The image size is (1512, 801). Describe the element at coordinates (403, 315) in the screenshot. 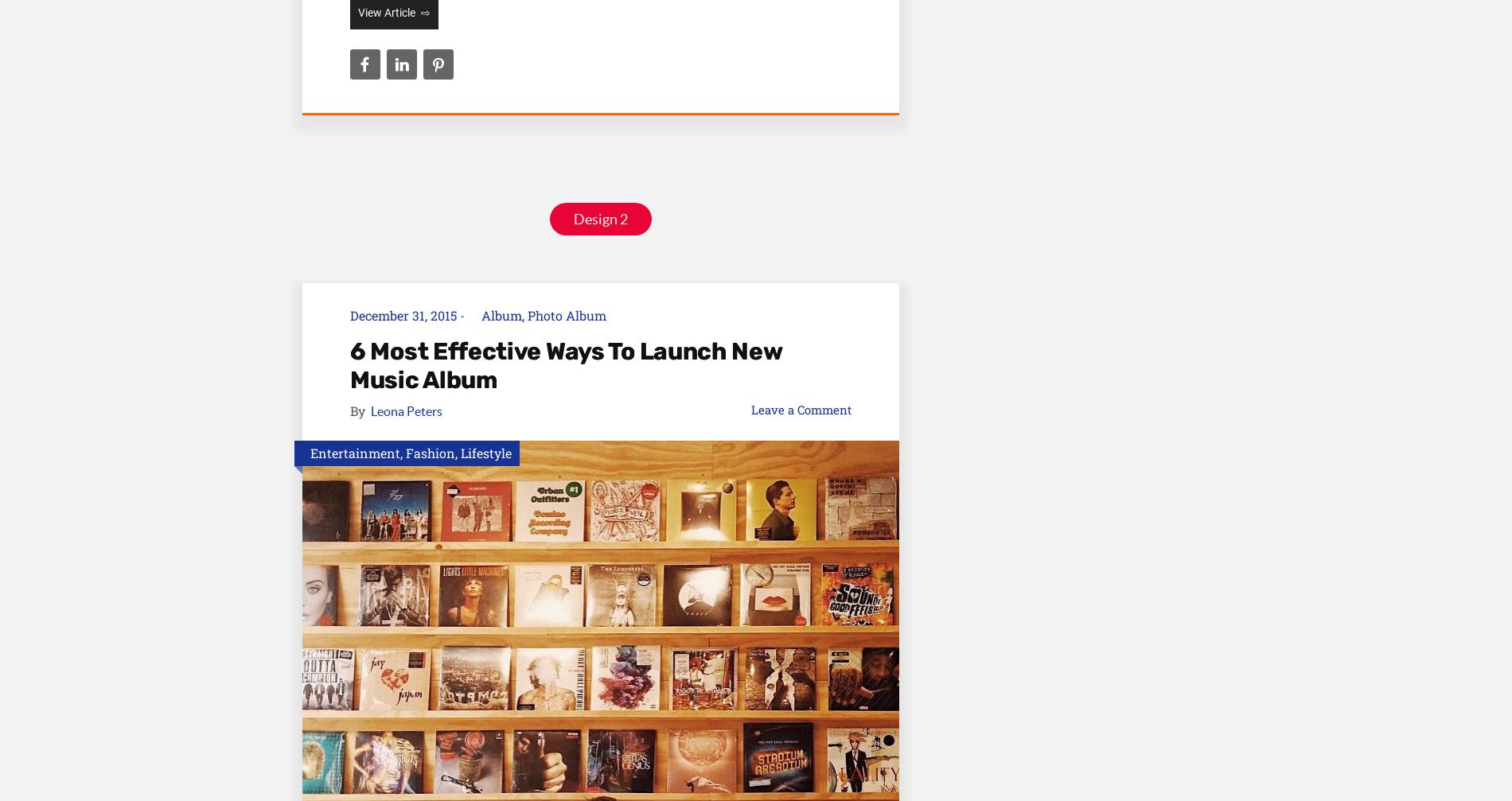

I see `'December 31, 2015'` at that location.